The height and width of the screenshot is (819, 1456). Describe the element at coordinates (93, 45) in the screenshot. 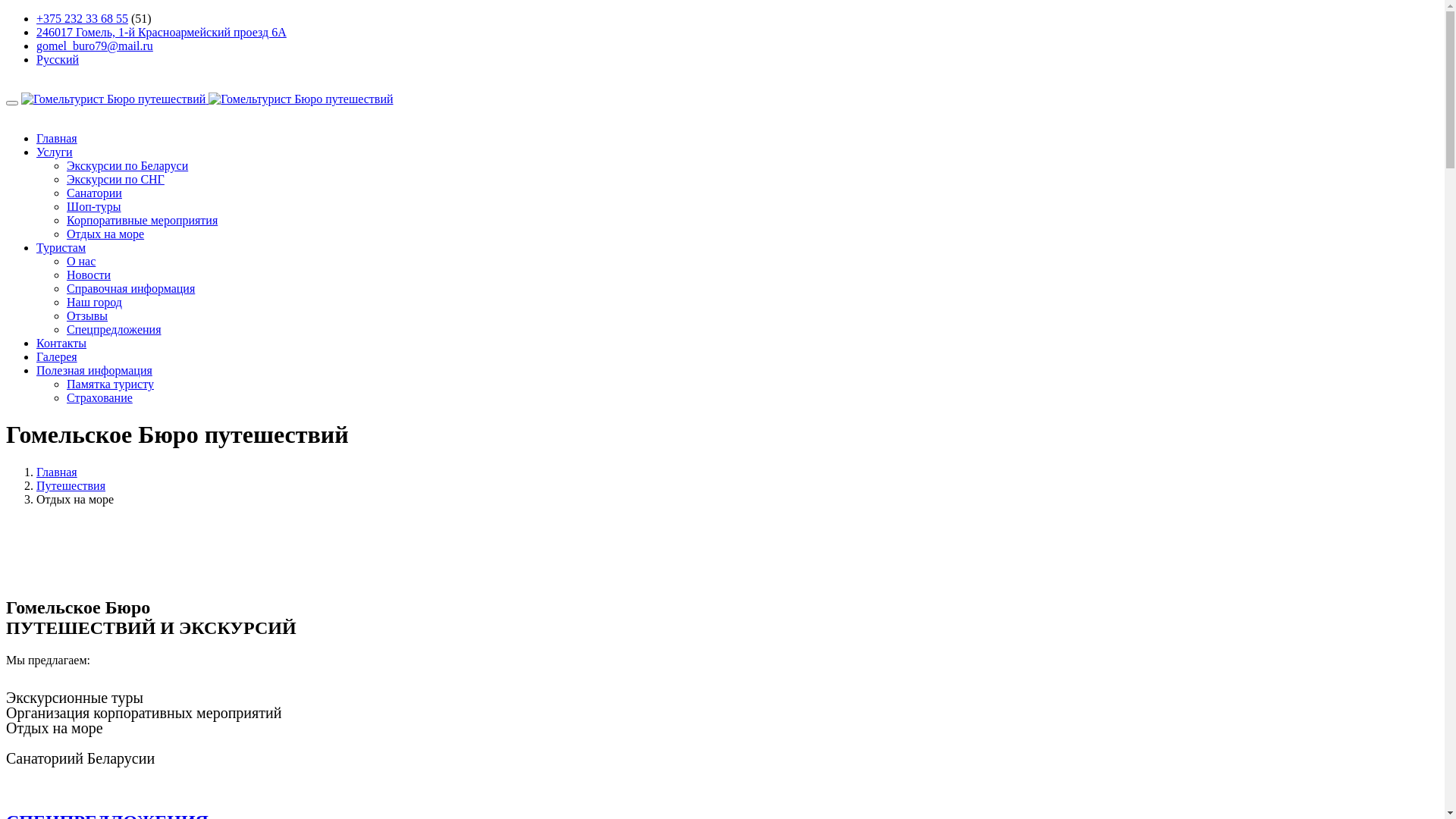

I see `'gomel_buro79@mail.ru'` at that location.